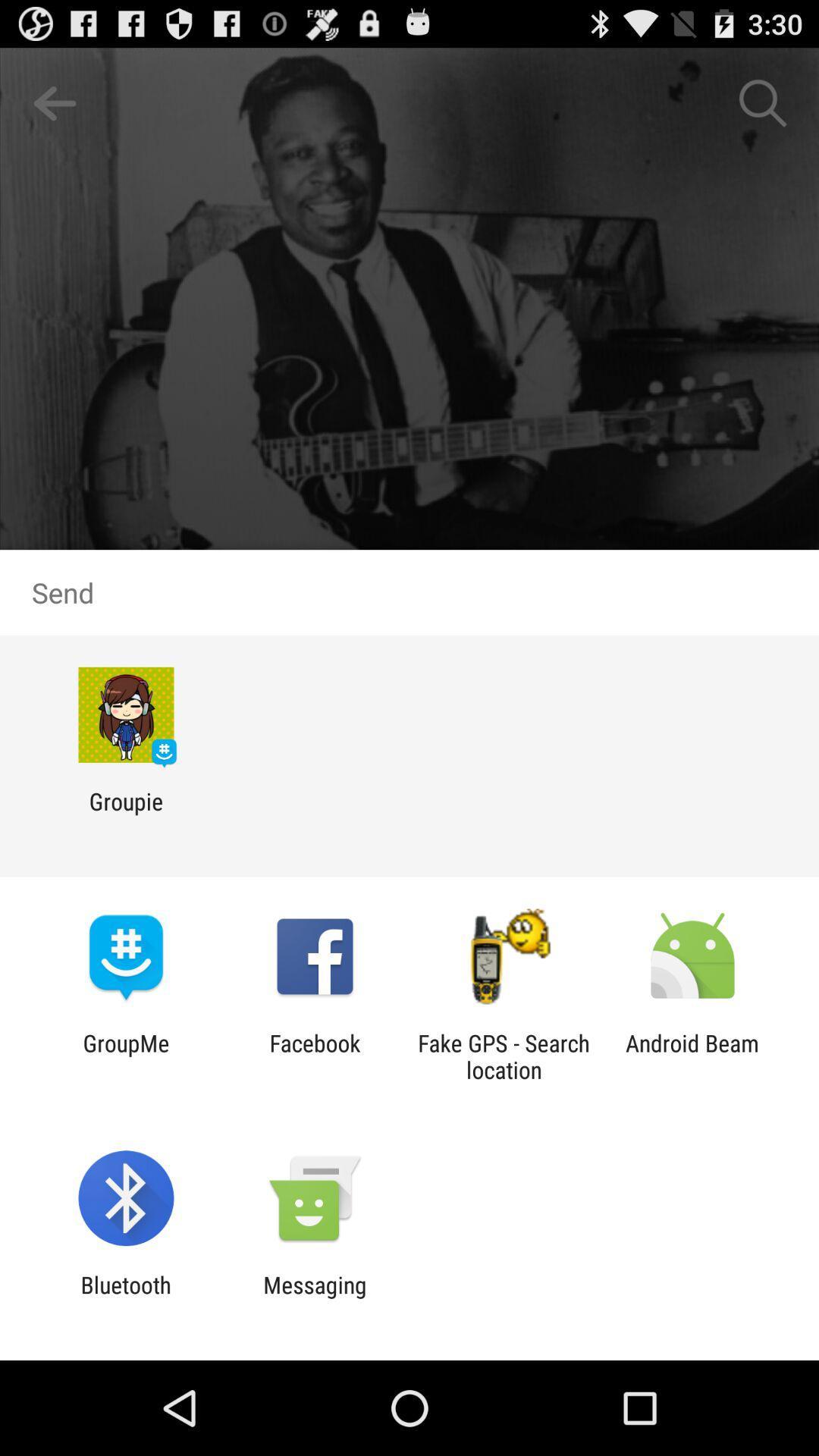 The height and width of the screenshot is (1456, 819). I want to click on the item to the left of fake gps search icon, so click(314, 1056).